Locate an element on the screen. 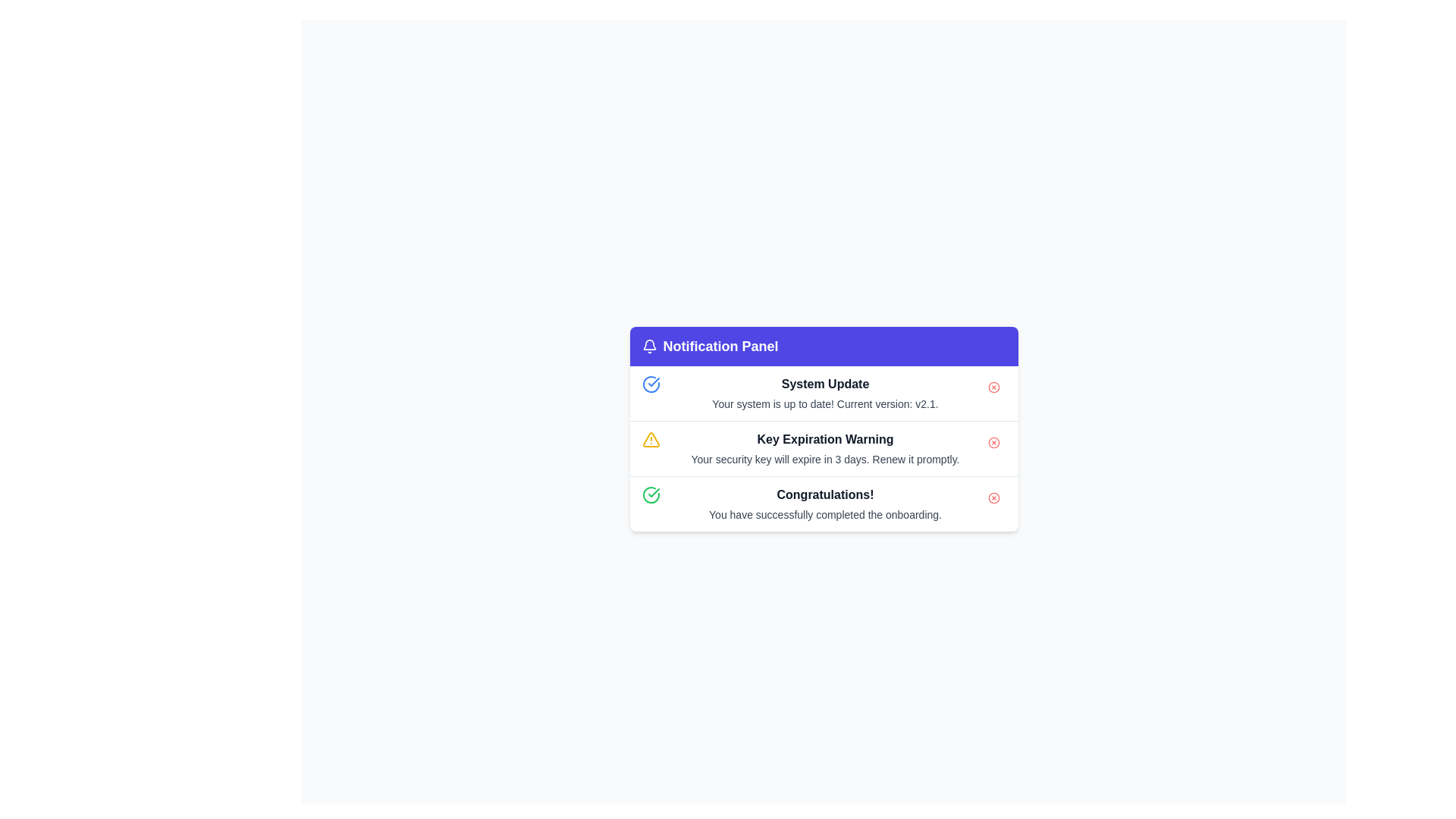  the third notification message row that indicates the successful completion of the onboarding process is located at coordinates (823, 504).